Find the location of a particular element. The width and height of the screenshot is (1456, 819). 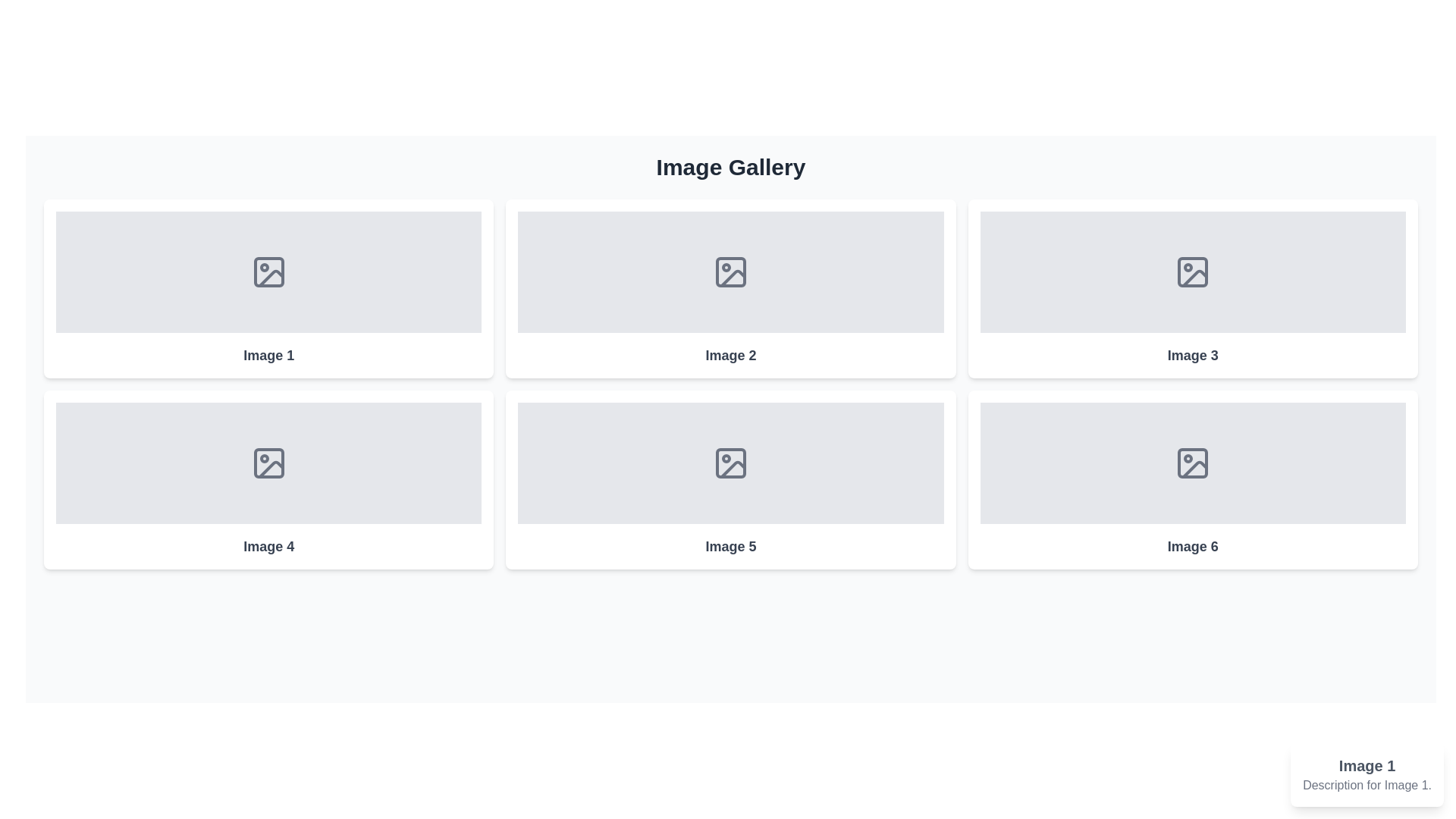

the text label displaying 'Image 3' in a large, bold gray font located in the third position of a six-element grid is located at coordinates (1192, 356).